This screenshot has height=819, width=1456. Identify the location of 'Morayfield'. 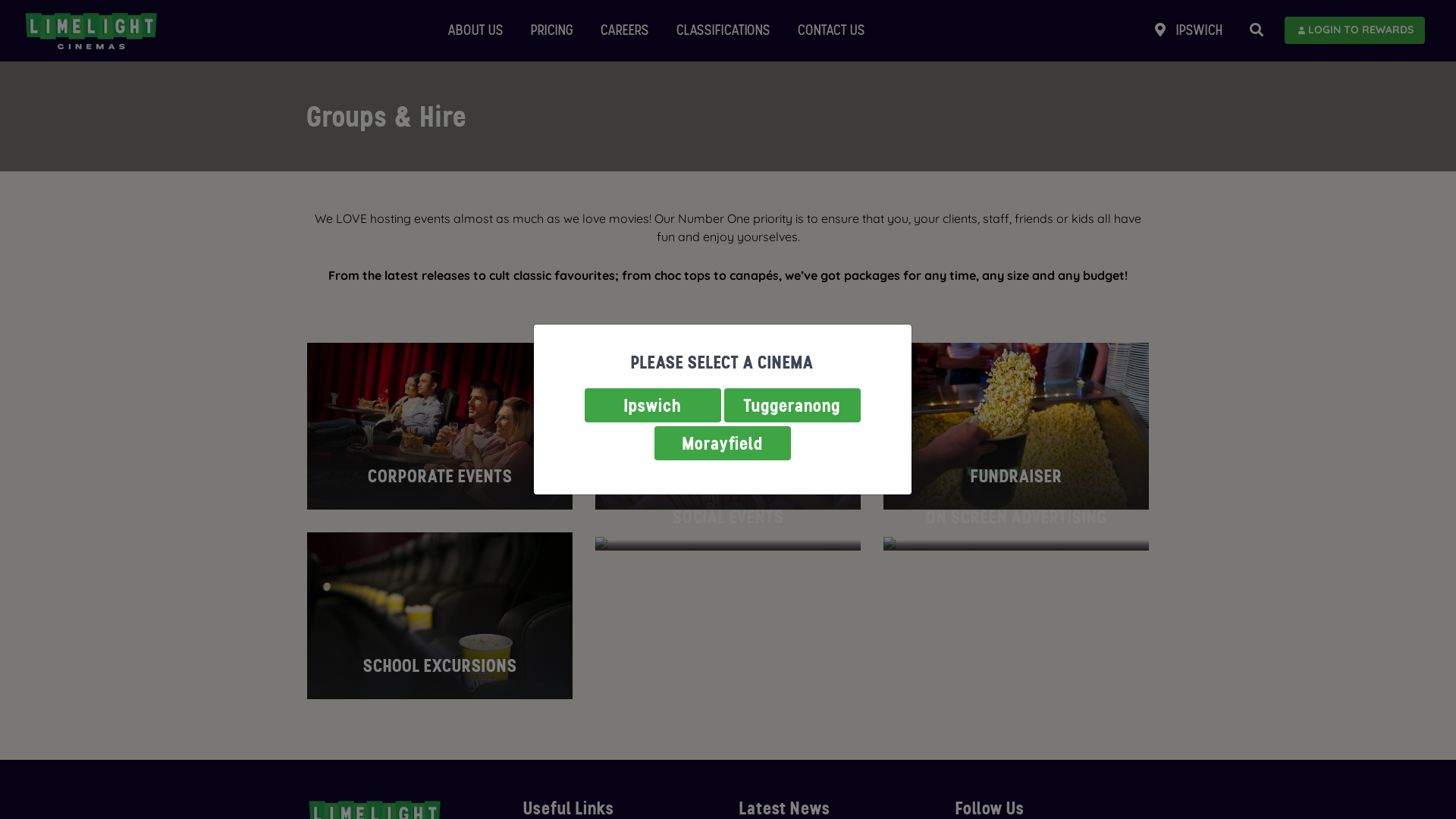
(720, 443).